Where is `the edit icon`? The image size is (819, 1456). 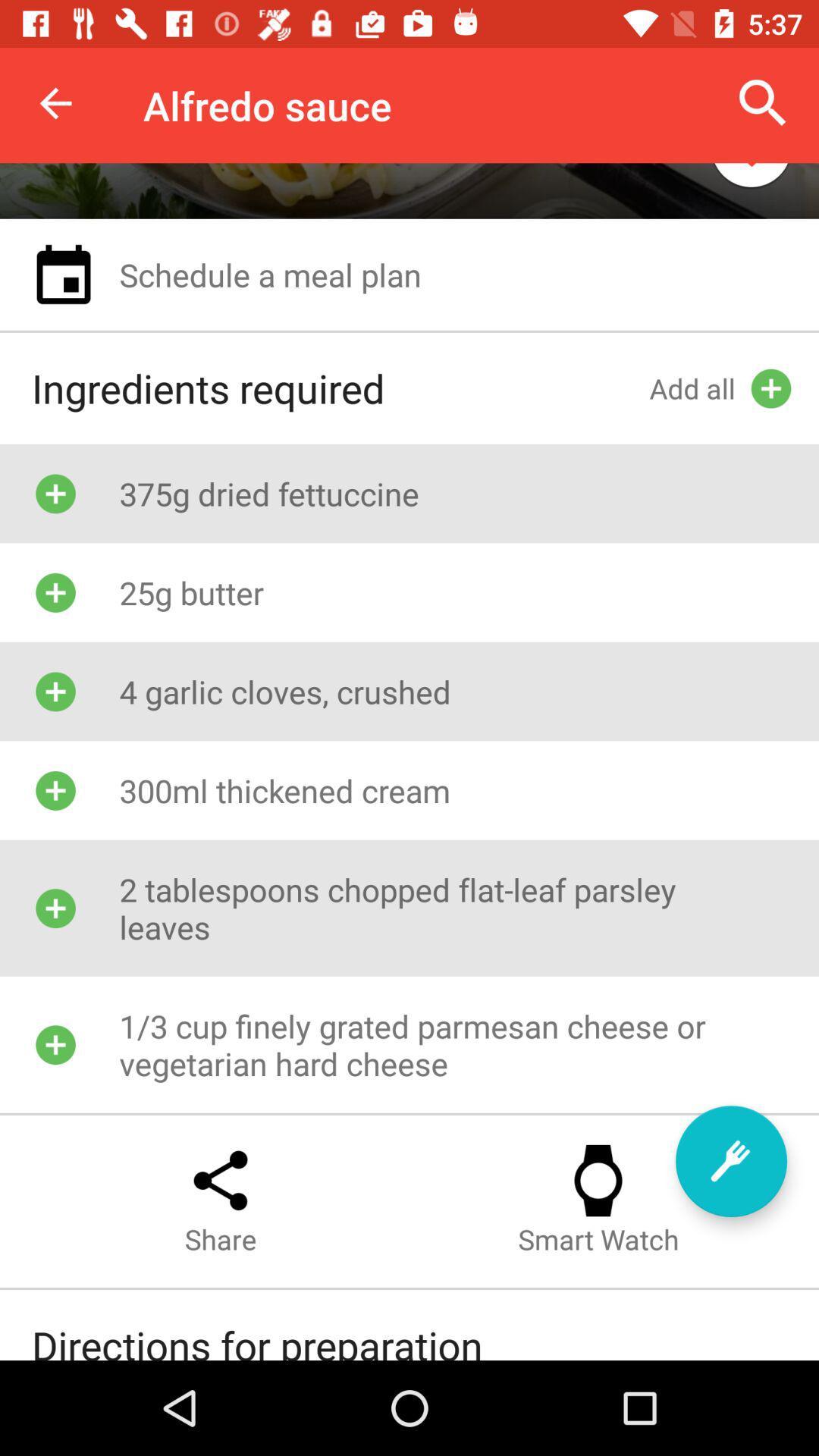
the edit icon is located at coordinates (730, 1160).